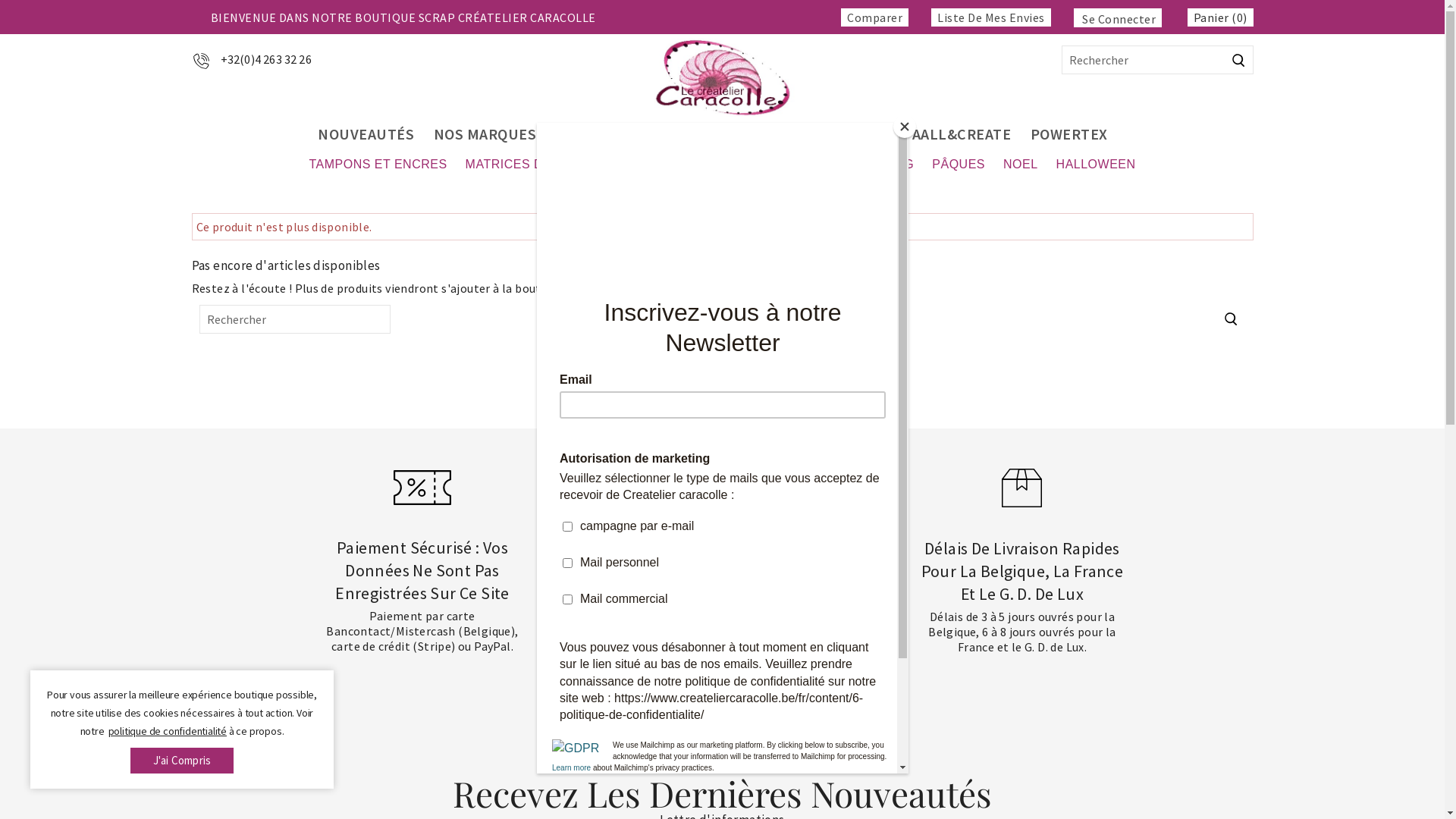 This screenshot has width=1456, height=819. What do you see at coordinates (1068, 133) in the screenshot?
I see `'POWERTEX'` at bounding box center [1068, 133].